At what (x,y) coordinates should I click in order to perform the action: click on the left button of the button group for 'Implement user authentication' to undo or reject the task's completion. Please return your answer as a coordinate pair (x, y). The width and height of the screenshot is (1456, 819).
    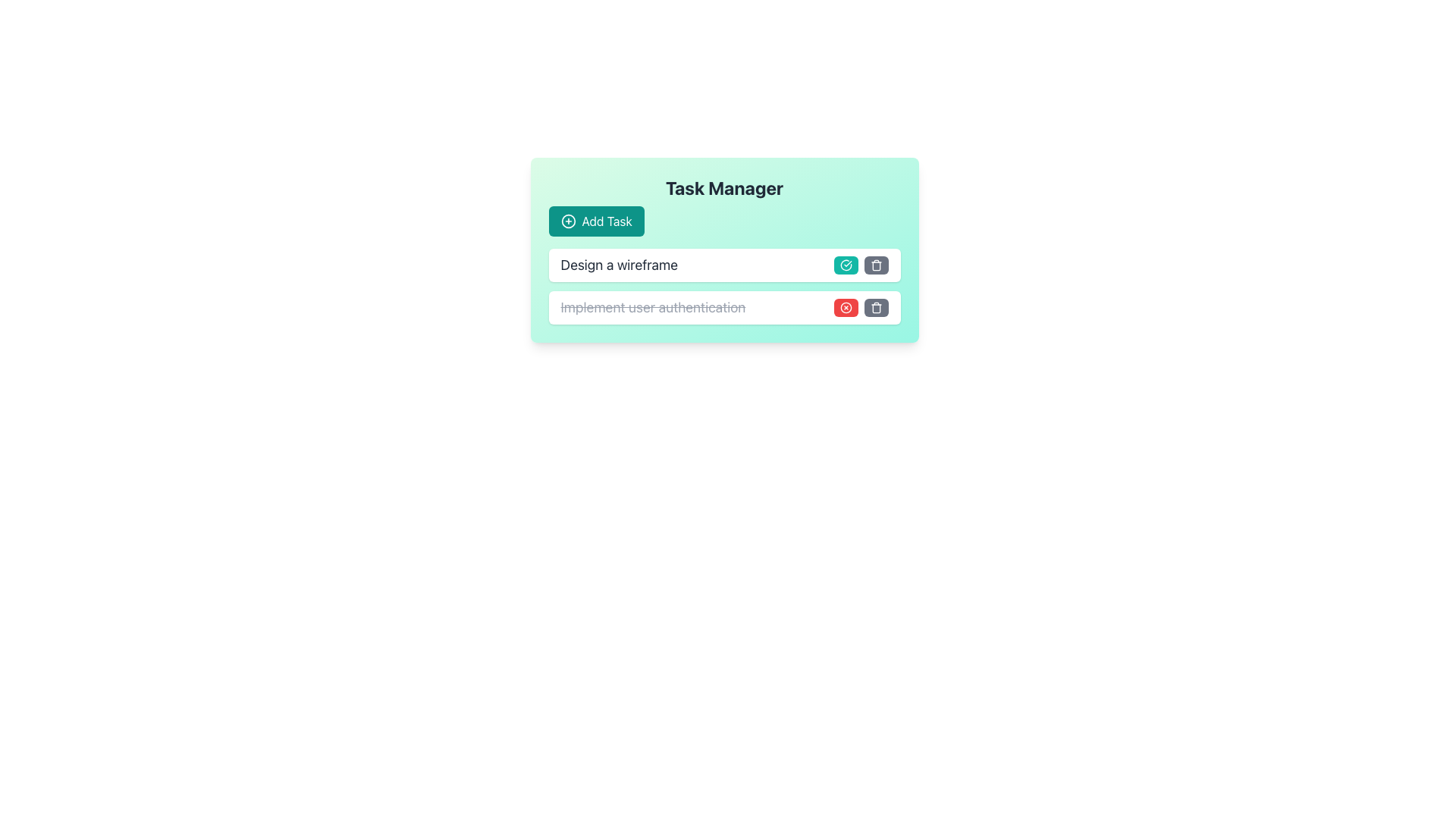
    Looking at the image, I should click on (861, 307).